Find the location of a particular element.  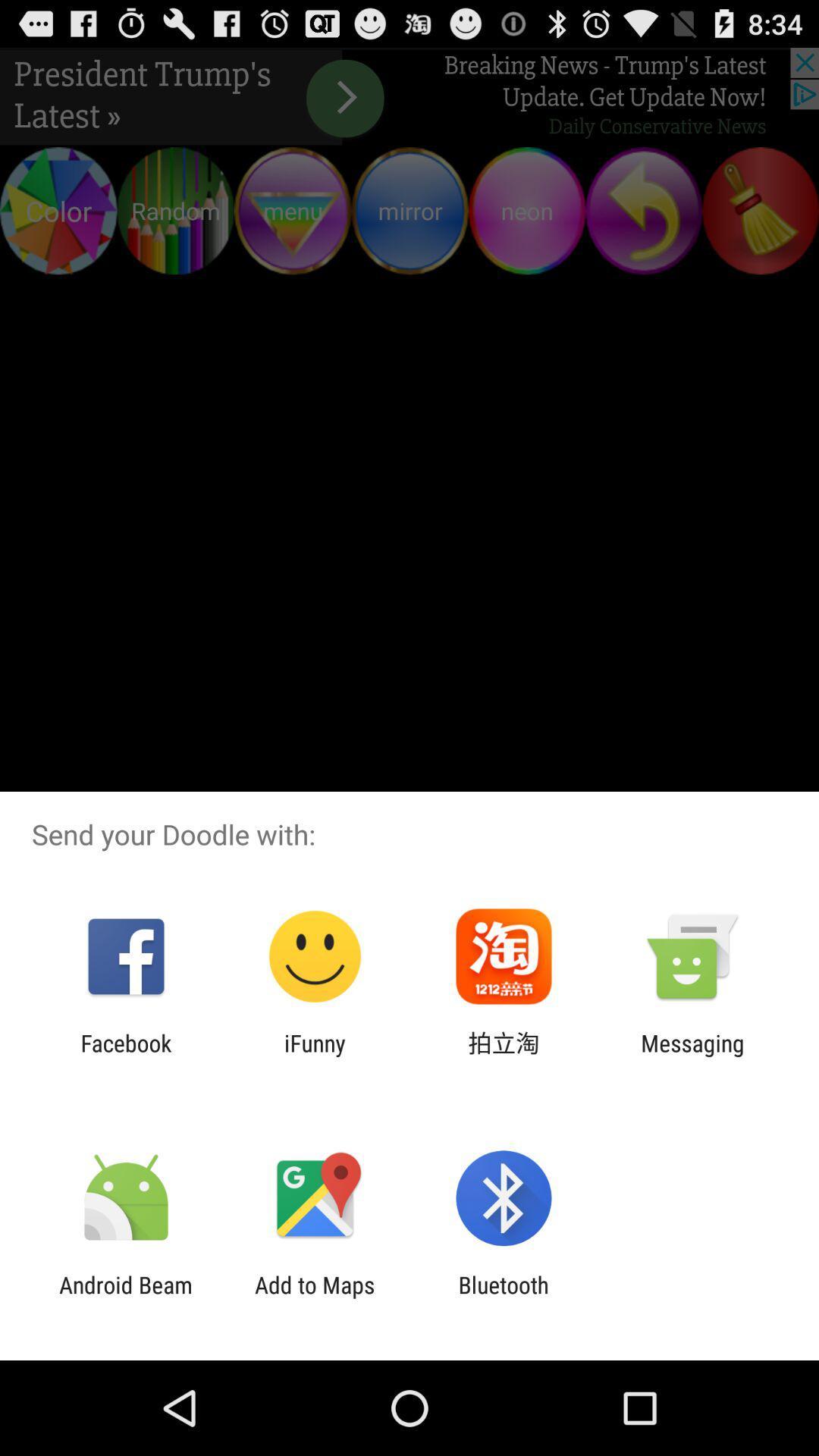

the item to the left of the add to maps is located at coordinates (125, 1298).